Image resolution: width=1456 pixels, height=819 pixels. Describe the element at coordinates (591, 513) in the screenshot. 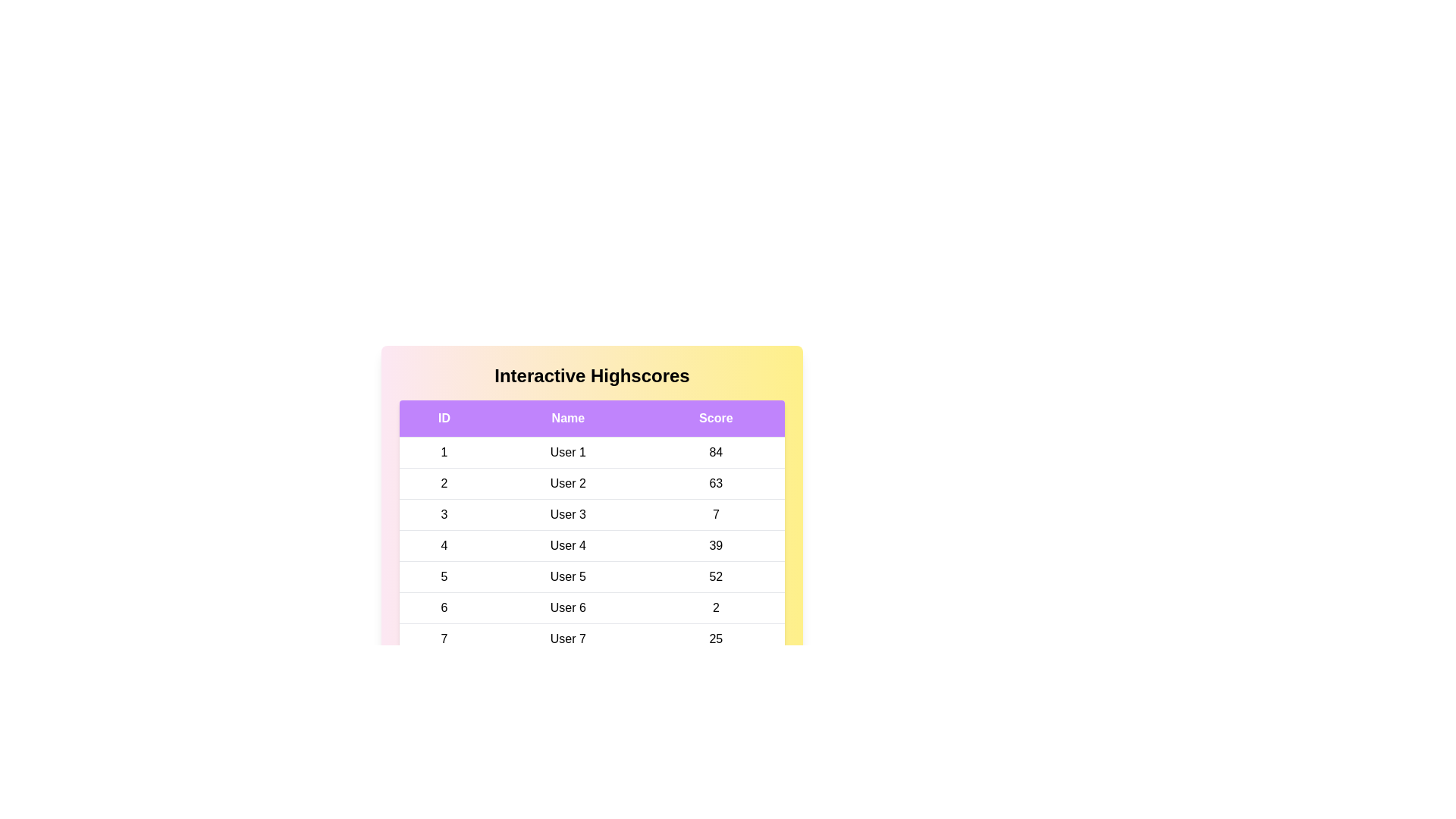

I see `the row corresponding to 3` at that location.